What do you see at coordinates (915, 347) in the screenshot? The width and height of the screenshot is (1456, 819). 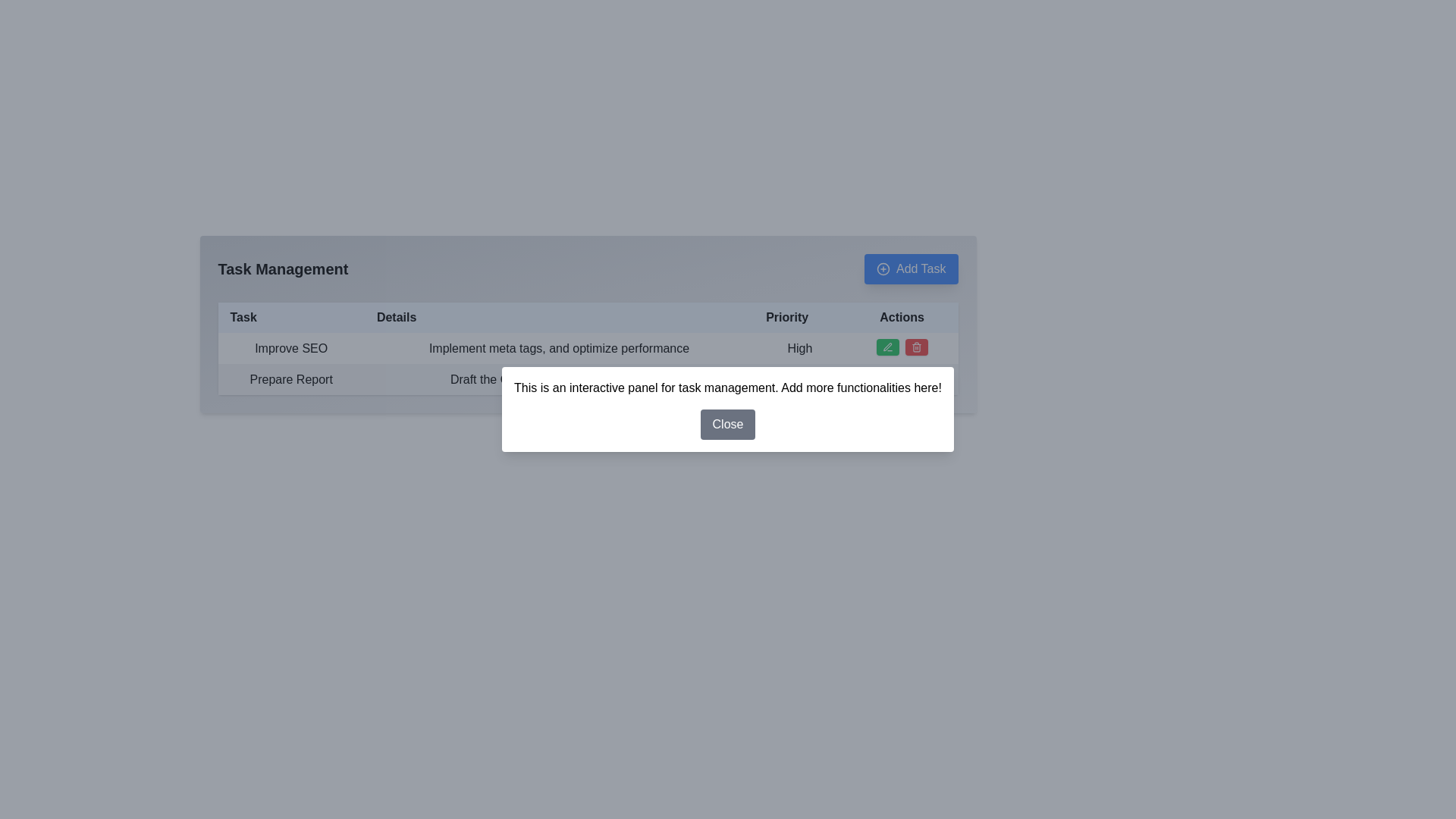 I see `the trash bin icon button in the 'Actions' column under 'Task Management'` at bounding box center [915, 347].